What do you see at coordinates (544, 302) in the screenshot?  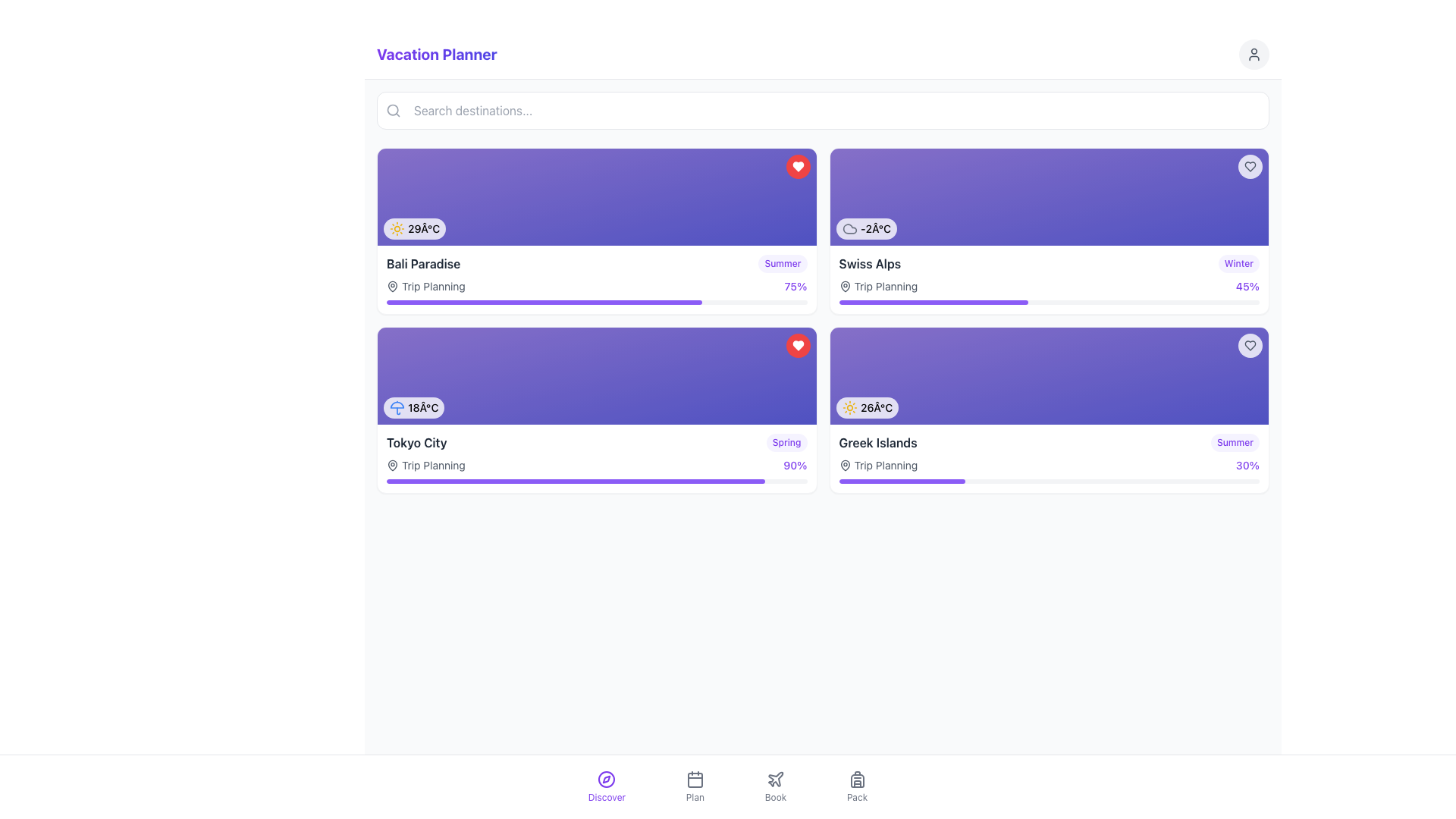 I see `the violet progress bar segment representing 75% completion located below the 'Bali Paradise' card in the top-left corner of the main content area` at bounding box center [544, 302].